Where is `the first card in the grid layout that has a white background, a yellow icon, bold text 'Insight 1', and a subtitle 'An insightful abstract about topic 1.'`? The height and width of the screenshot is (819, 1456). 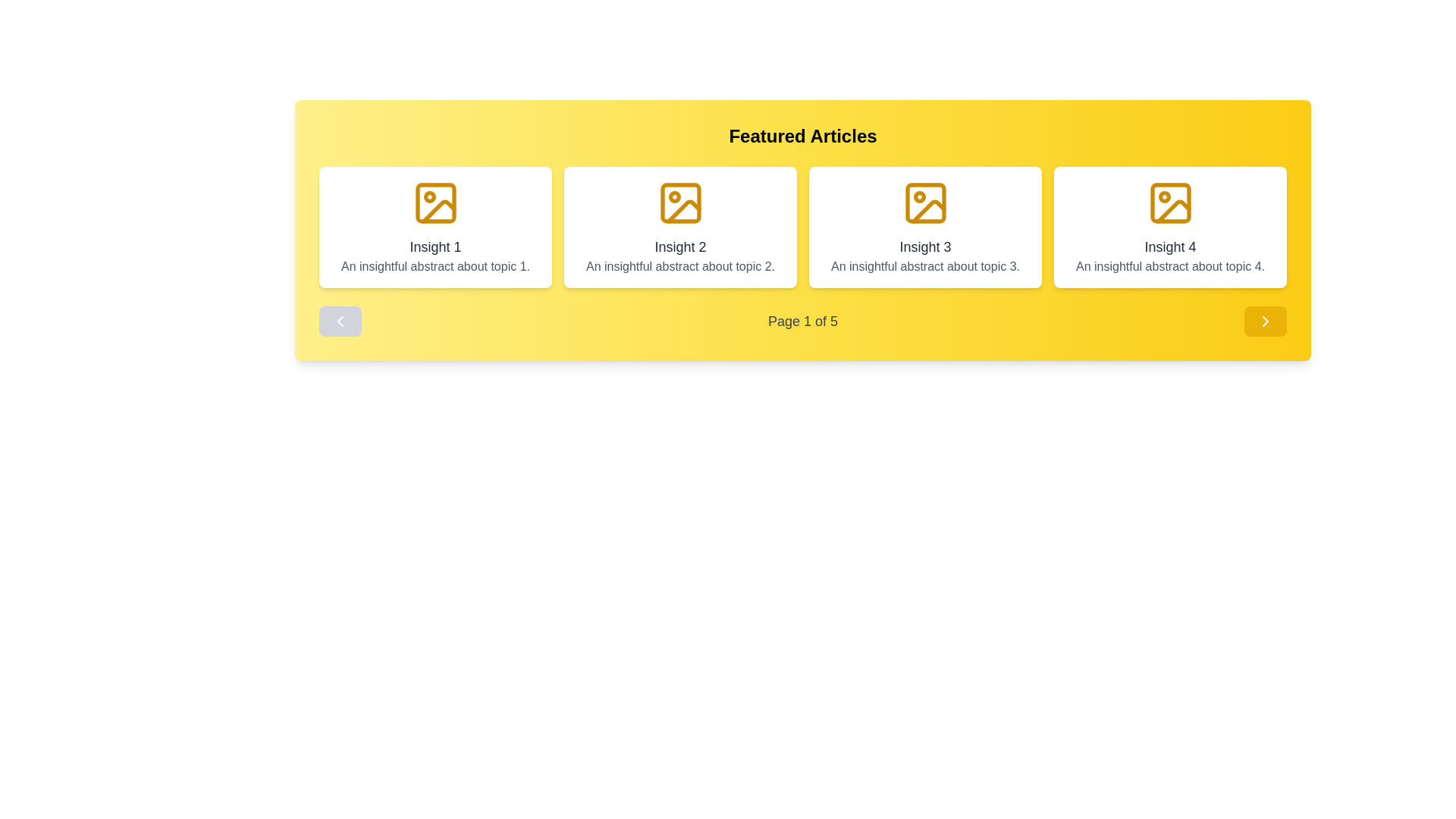
the first card in the grid layout that has a white background, a yellow icon, bold text 'Insight 1', and a subtitle 'An insightful abstract about topic 1.' is located at coordinates (435, 227).